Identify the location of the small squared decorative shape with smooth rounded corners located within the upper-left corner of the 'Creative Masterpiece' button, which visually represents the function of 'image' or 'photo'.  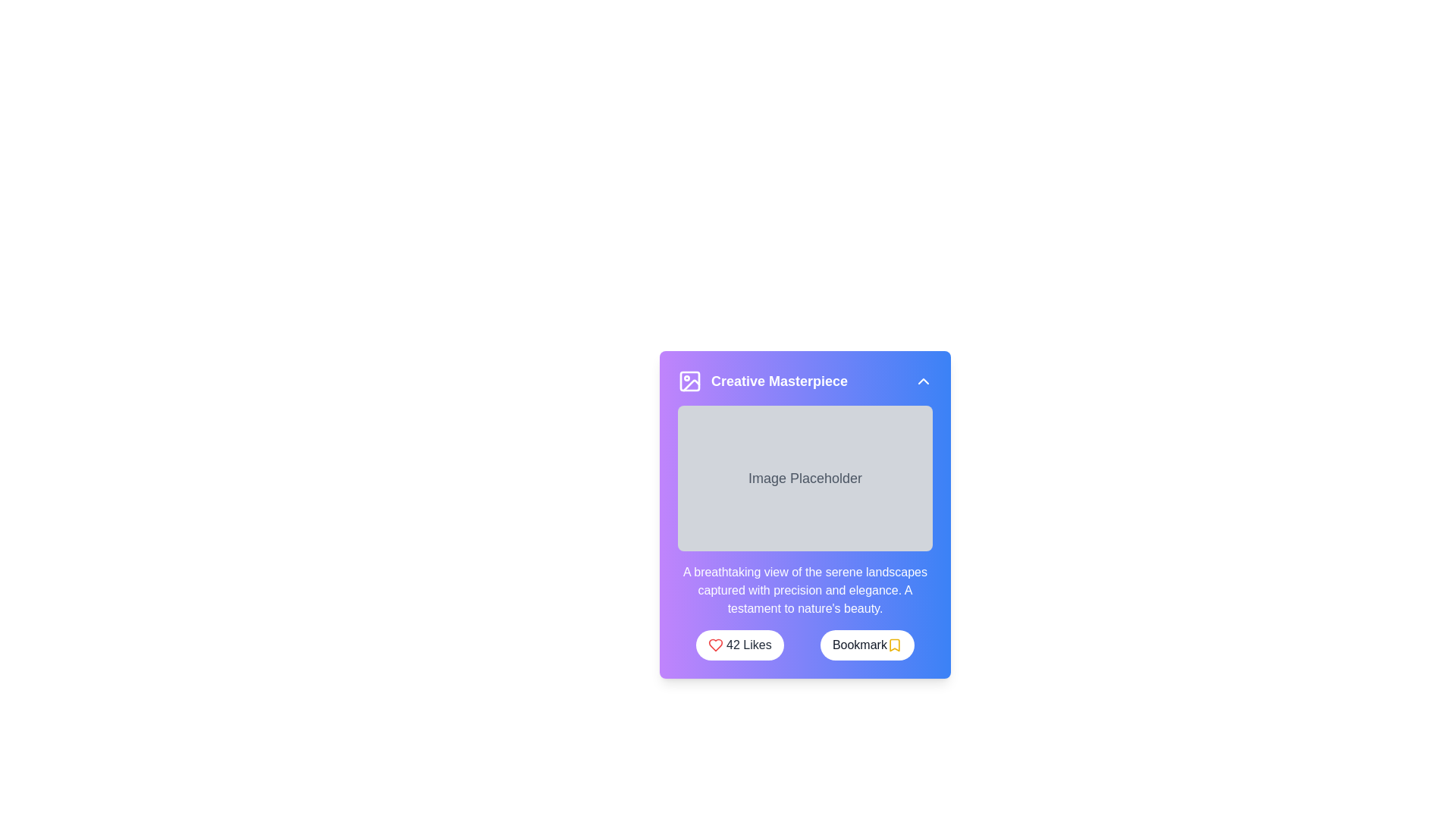
(689, 380).